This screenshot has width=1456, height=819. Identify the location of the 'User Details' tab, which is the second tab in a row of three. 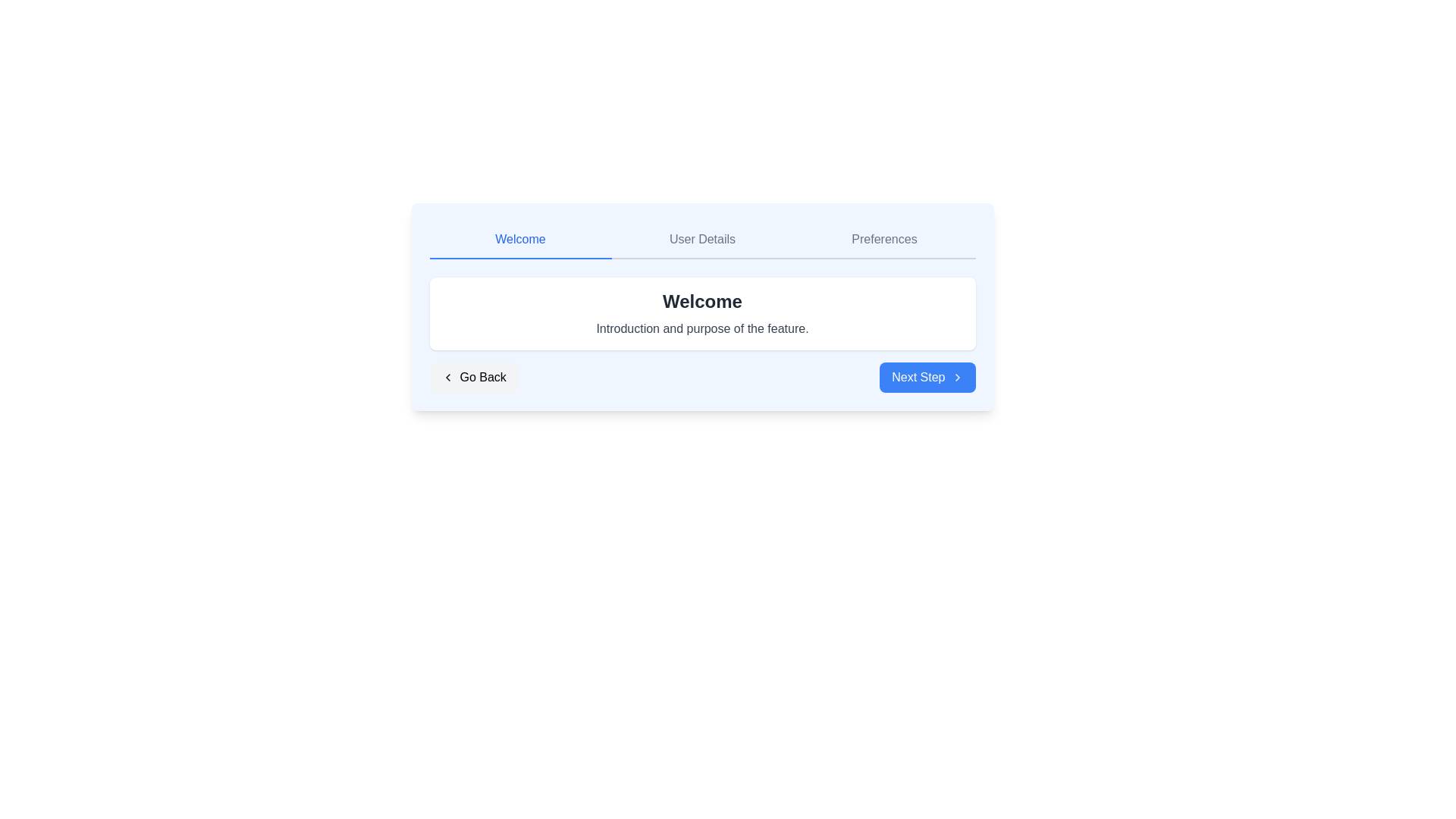
(701, 239).